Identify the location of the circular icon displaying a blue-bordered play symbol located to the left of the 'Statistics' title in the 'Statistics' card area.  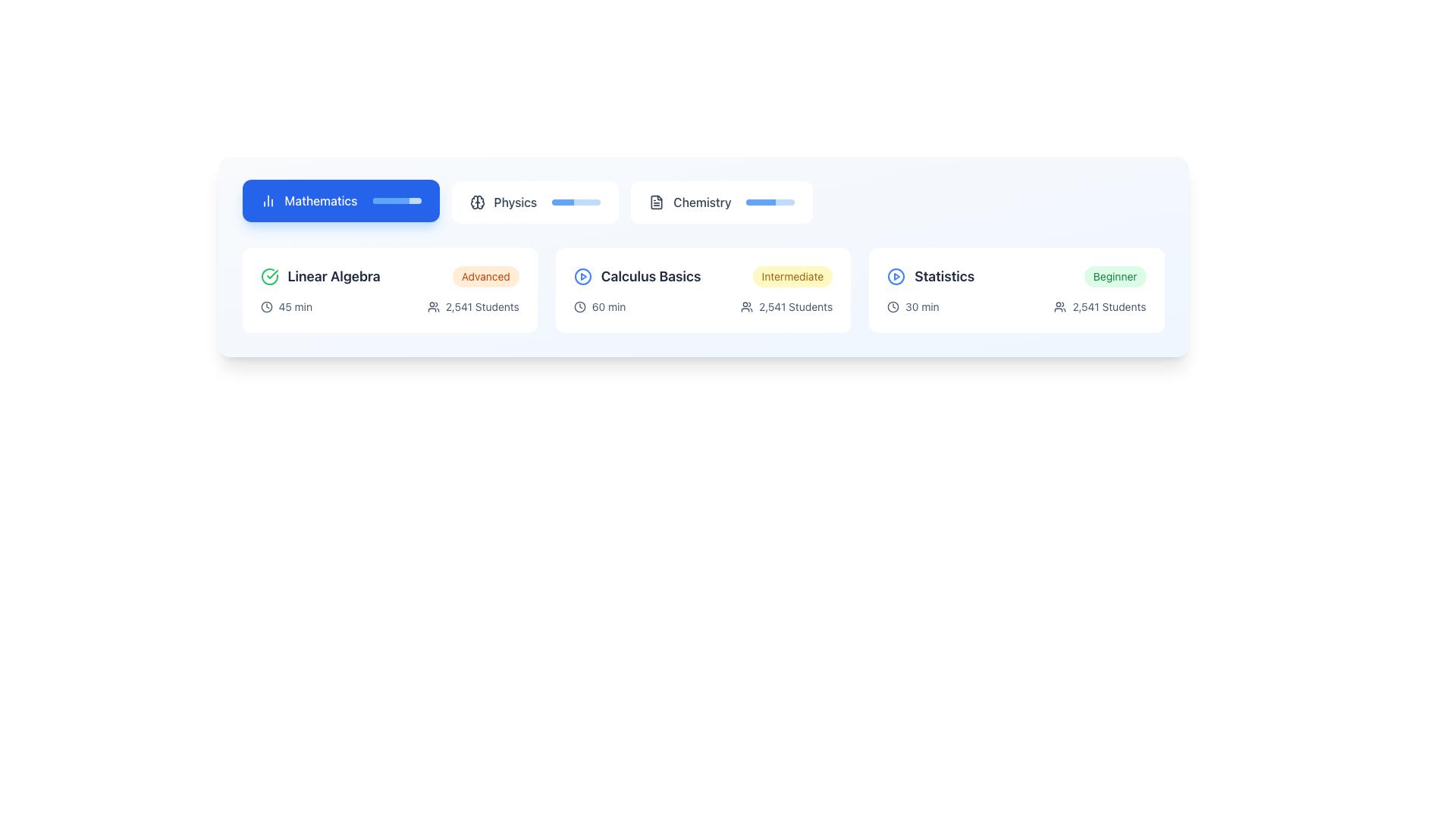
(896, 277).